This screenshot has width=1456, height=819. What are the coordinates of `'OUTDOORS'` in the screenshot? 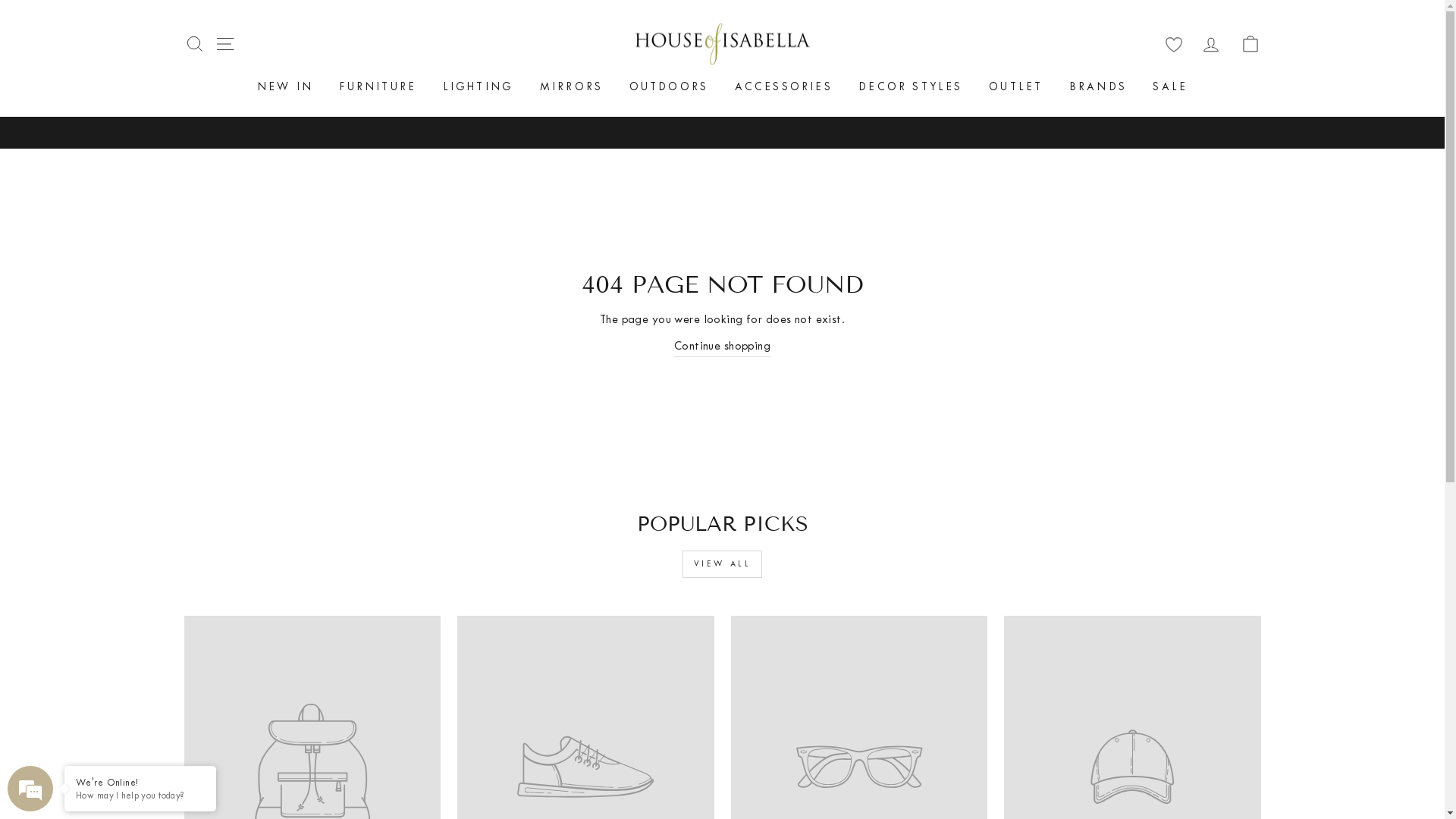 It's located at (668, 86).